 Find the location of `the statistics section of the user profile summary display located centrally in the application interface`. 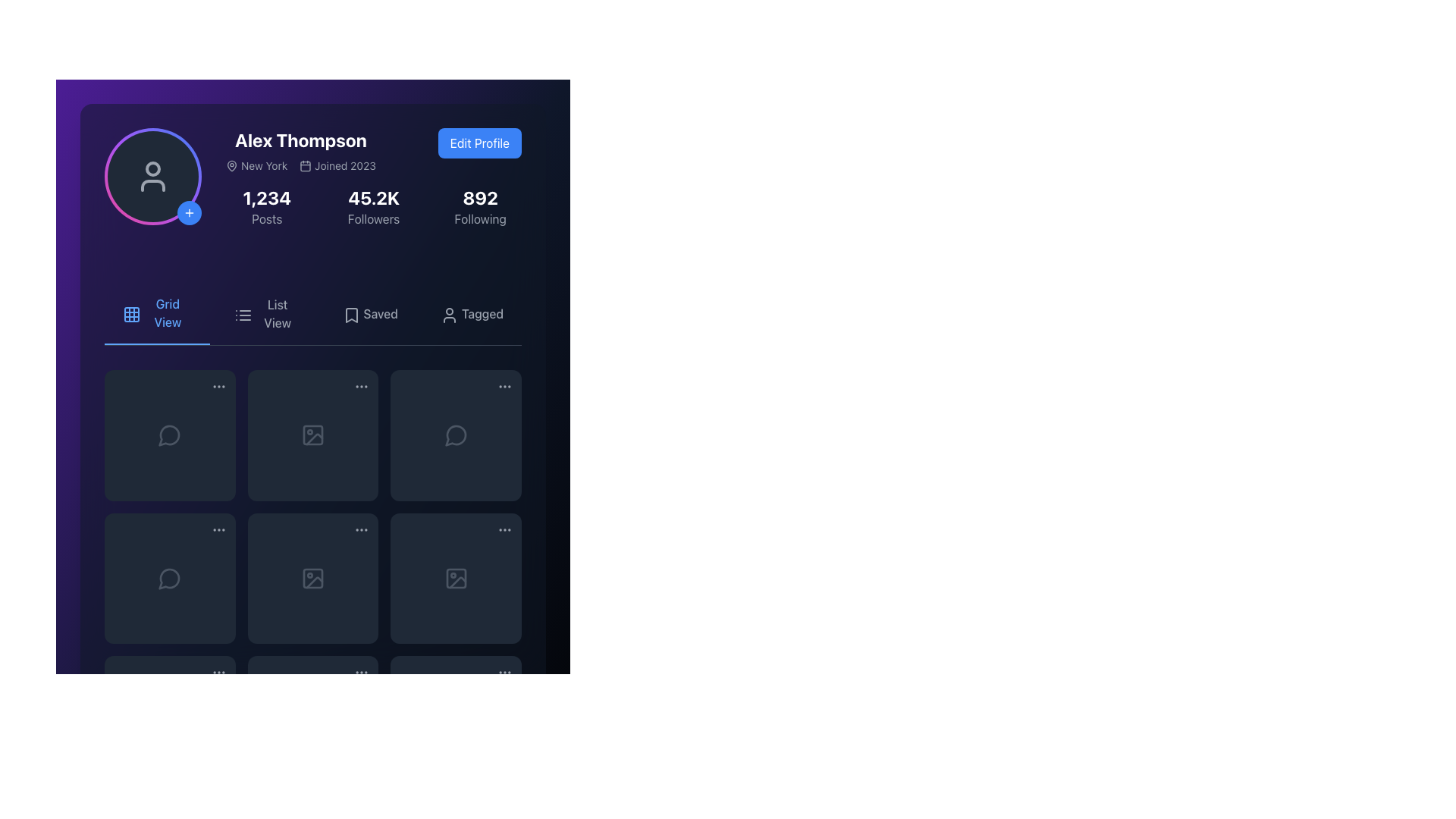

the statistics section of the user profile summary display located centrally in the application interface is located at coordinates (374, 186).